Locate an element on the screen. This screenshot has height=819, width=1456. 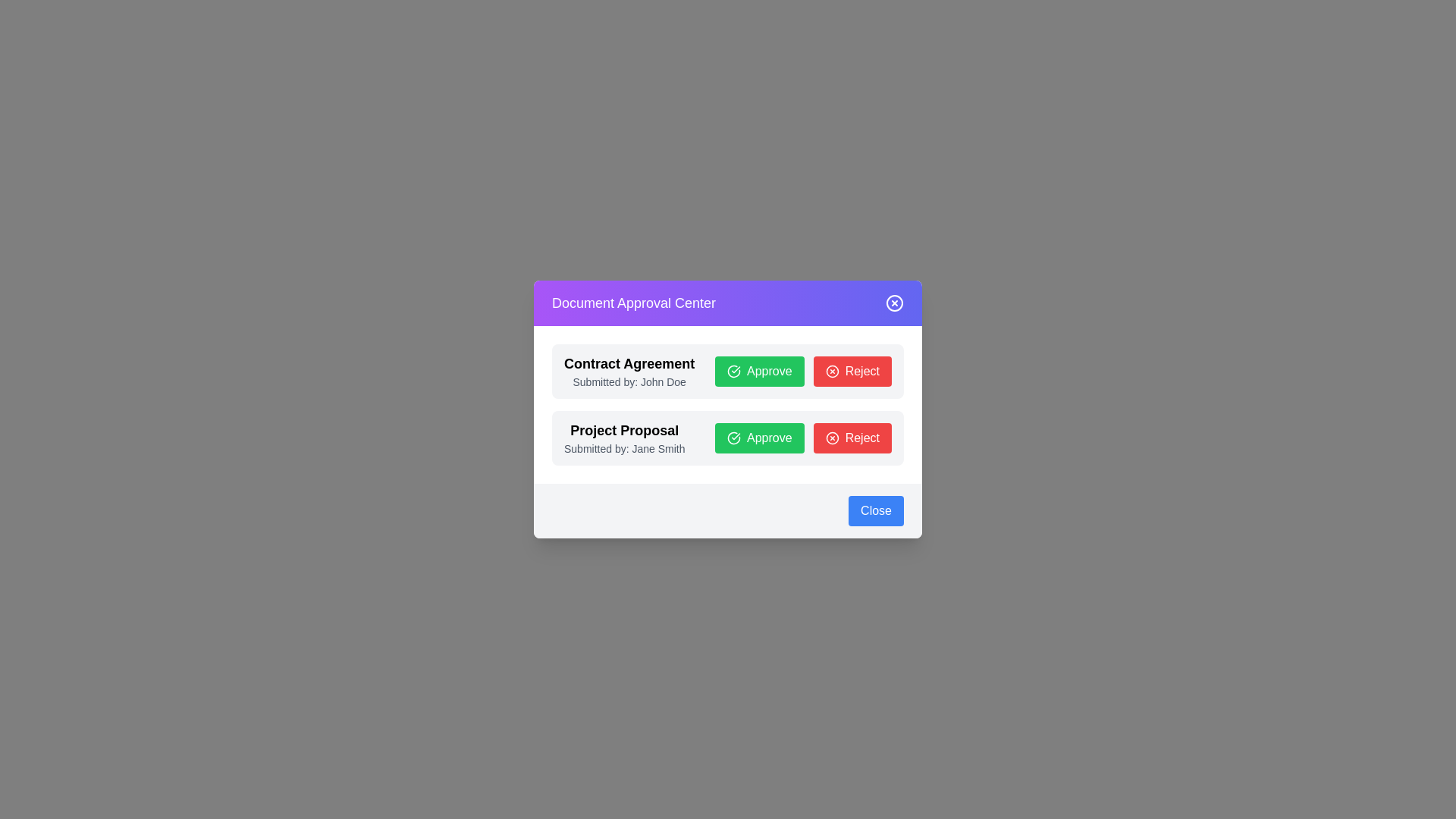
the 'Approve' and 'Reject' buttons in the Horizontal button group within the 'Contract Agreement' section is located at coordinates (802, 371).